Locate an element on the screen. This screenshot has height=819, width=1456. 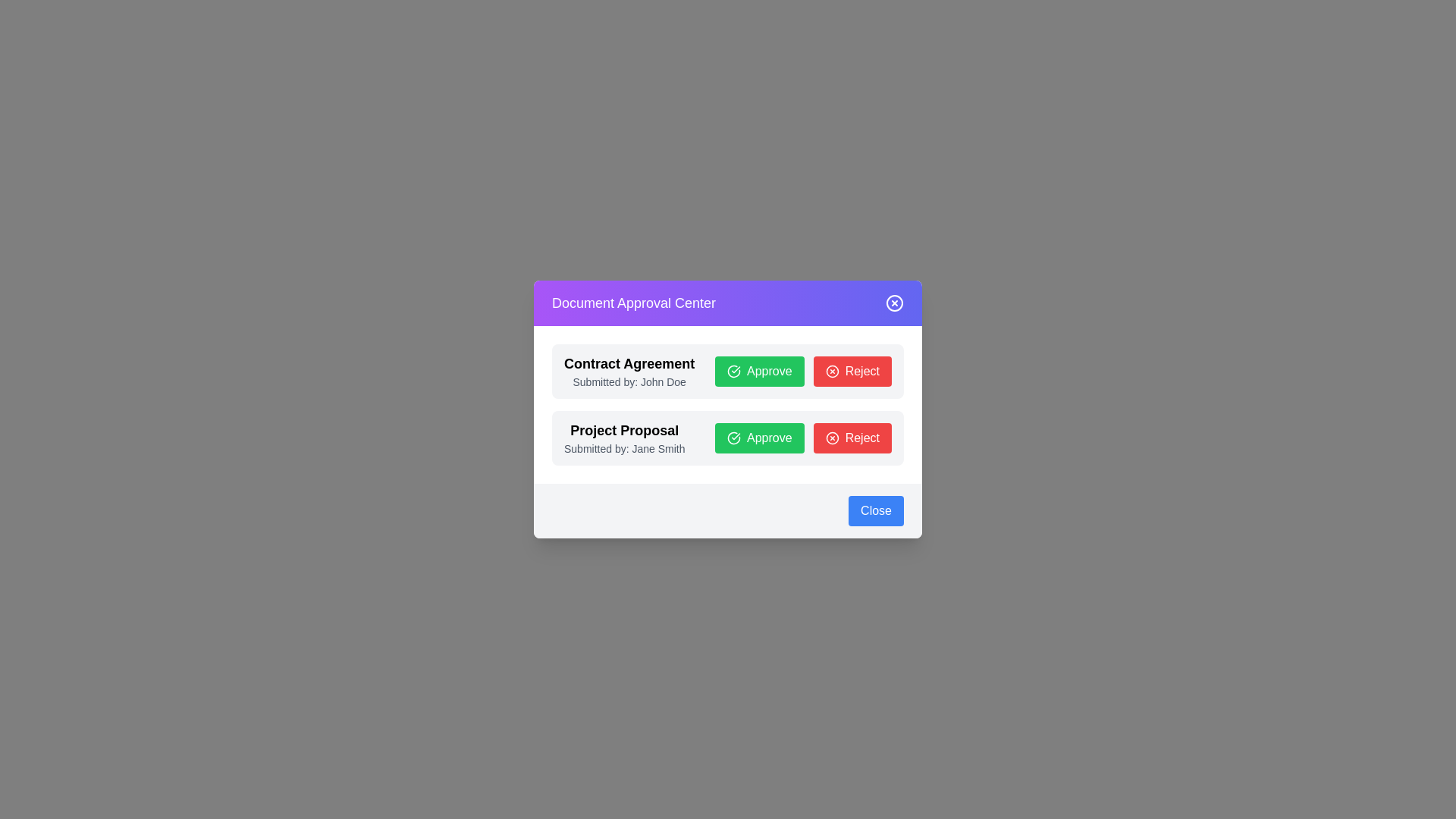
the 'Approve' and 'Reject' buttons in the Horizontal button group within the 'Contract Agreement' section is located at coordinates (802, 371).